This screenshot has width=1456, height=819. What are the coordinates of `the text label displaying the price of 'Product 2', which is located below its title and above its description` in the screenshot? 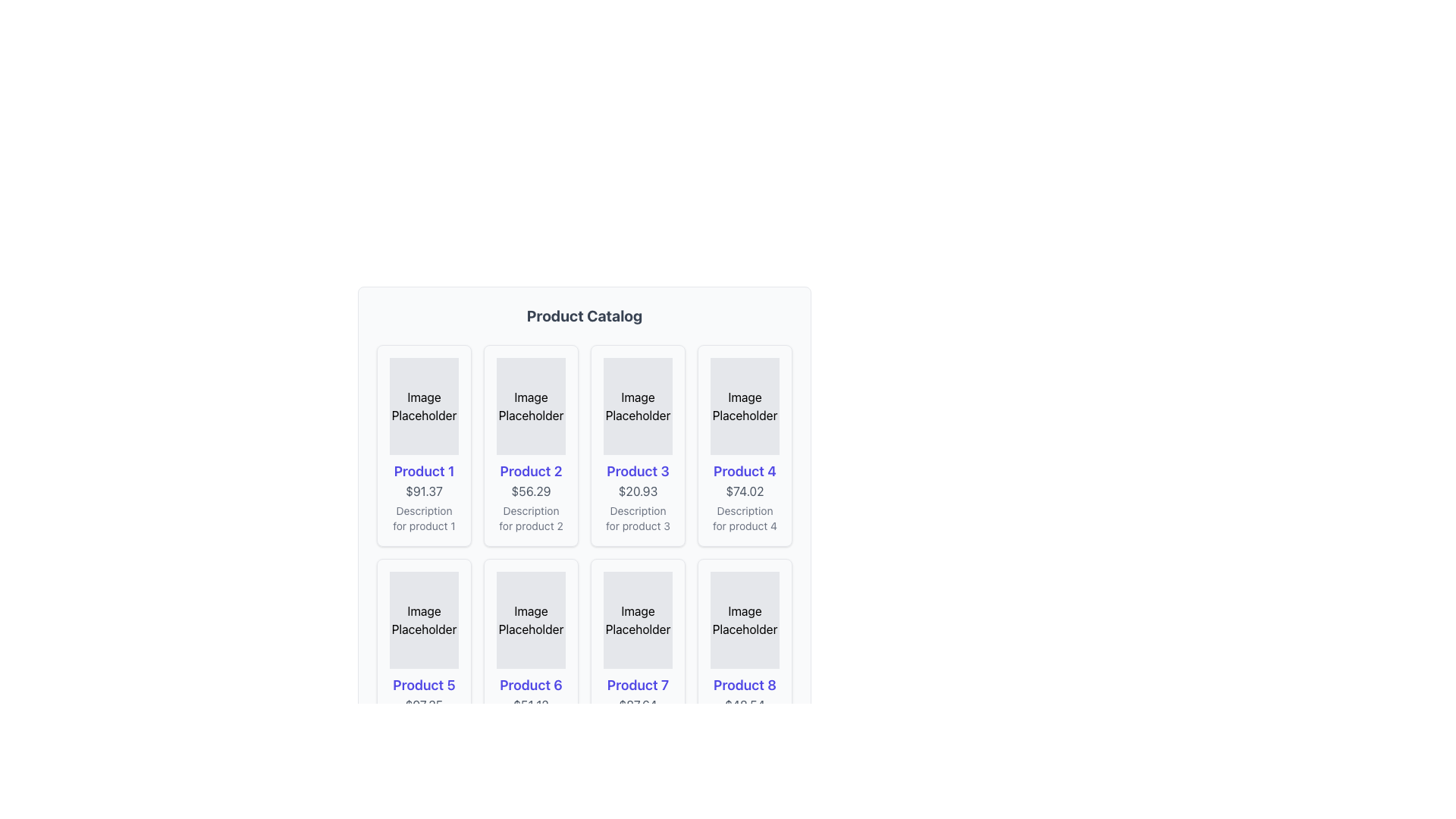 It's located at (531, 491).